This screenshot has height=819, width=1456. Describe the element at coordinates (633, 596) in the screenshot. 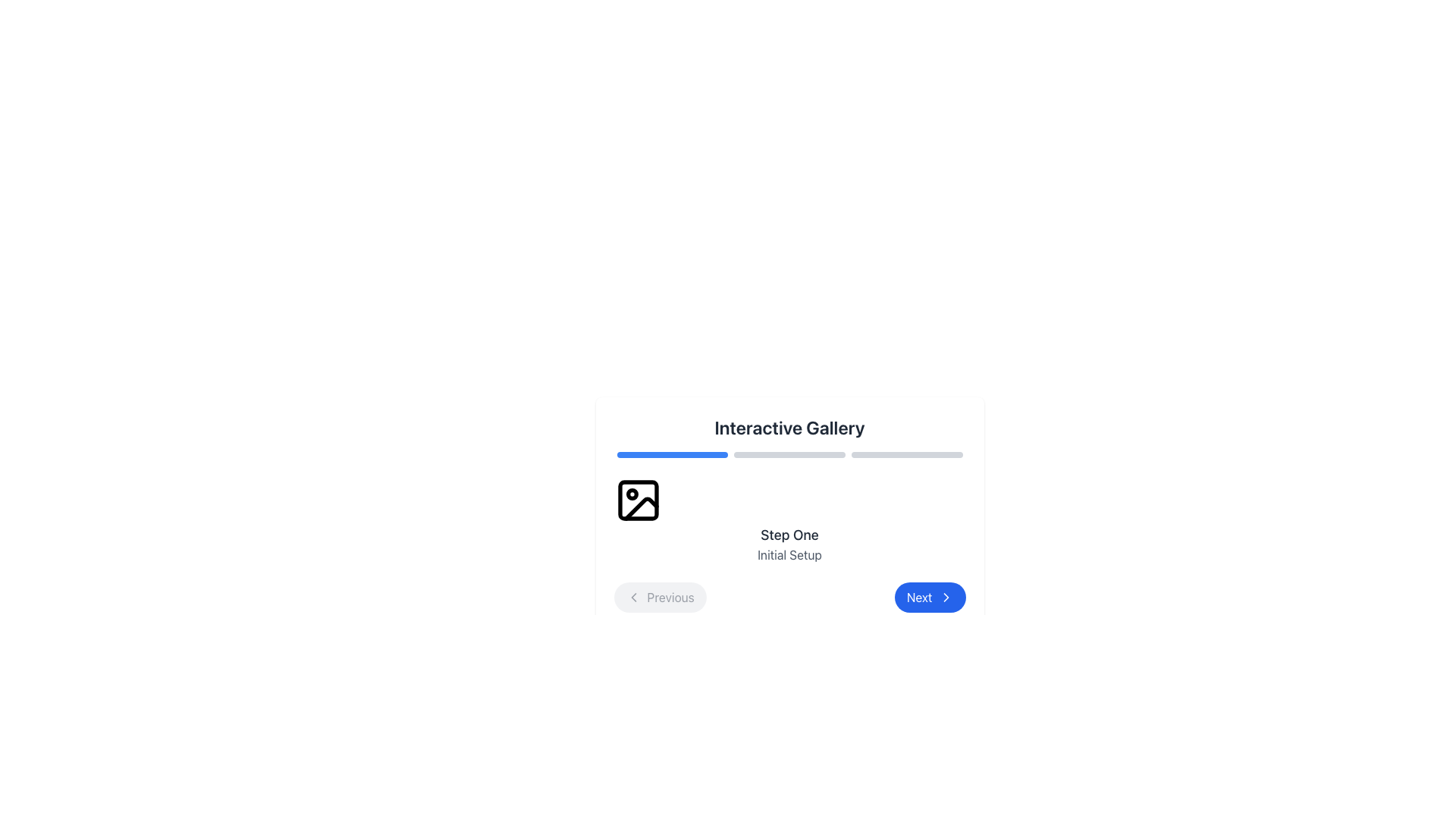

I see `the 'Previous' button, which features a leftward-facing chevron icon, by simulating a keyboard interaction` at that location.